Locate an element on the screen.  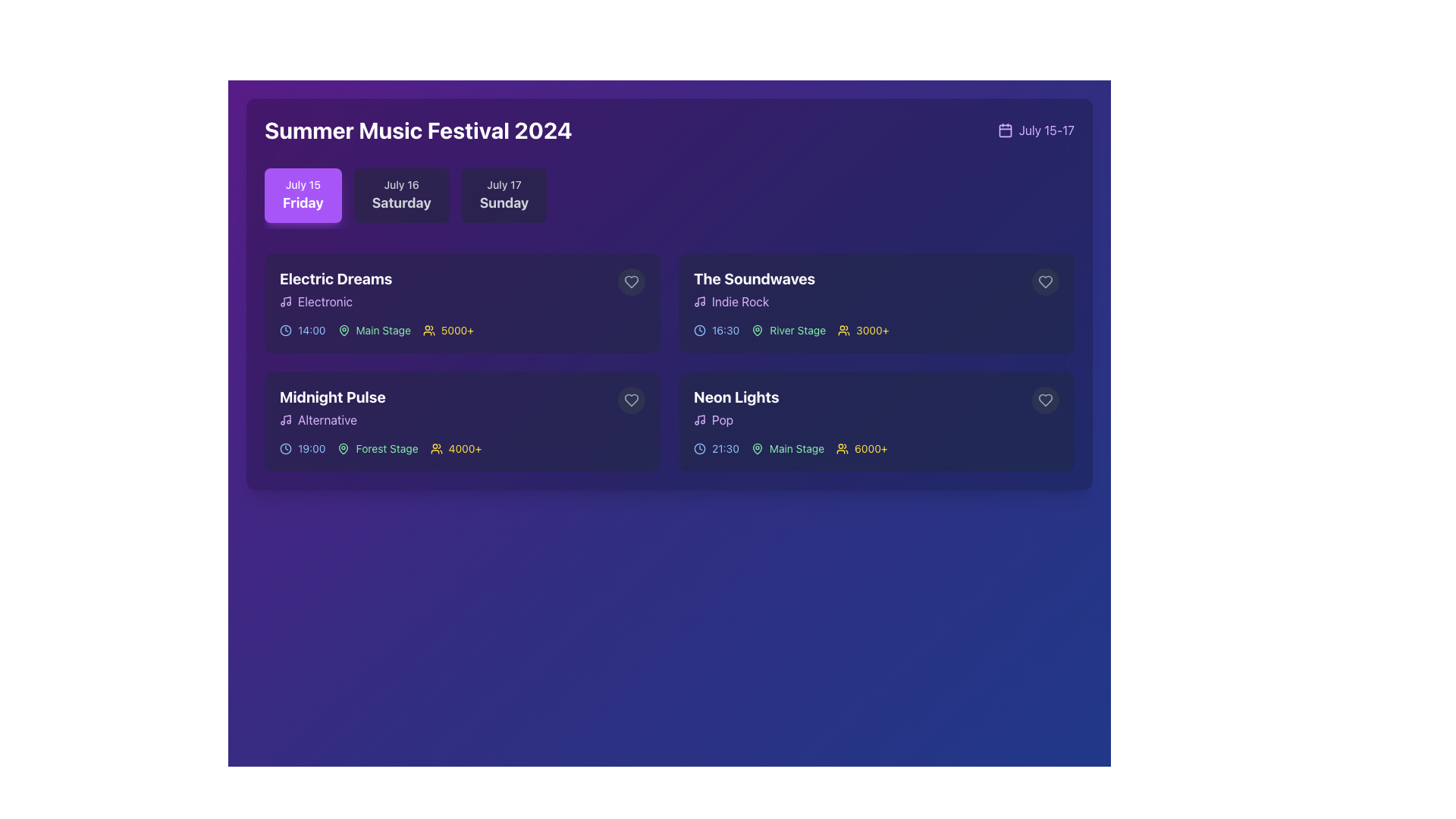
the text label with the text 'Alternative' styled in purple, accompanied by a small musical note icon, located in the second event card titled 'Midnight Pulse' is located at coordinates (331, 420).